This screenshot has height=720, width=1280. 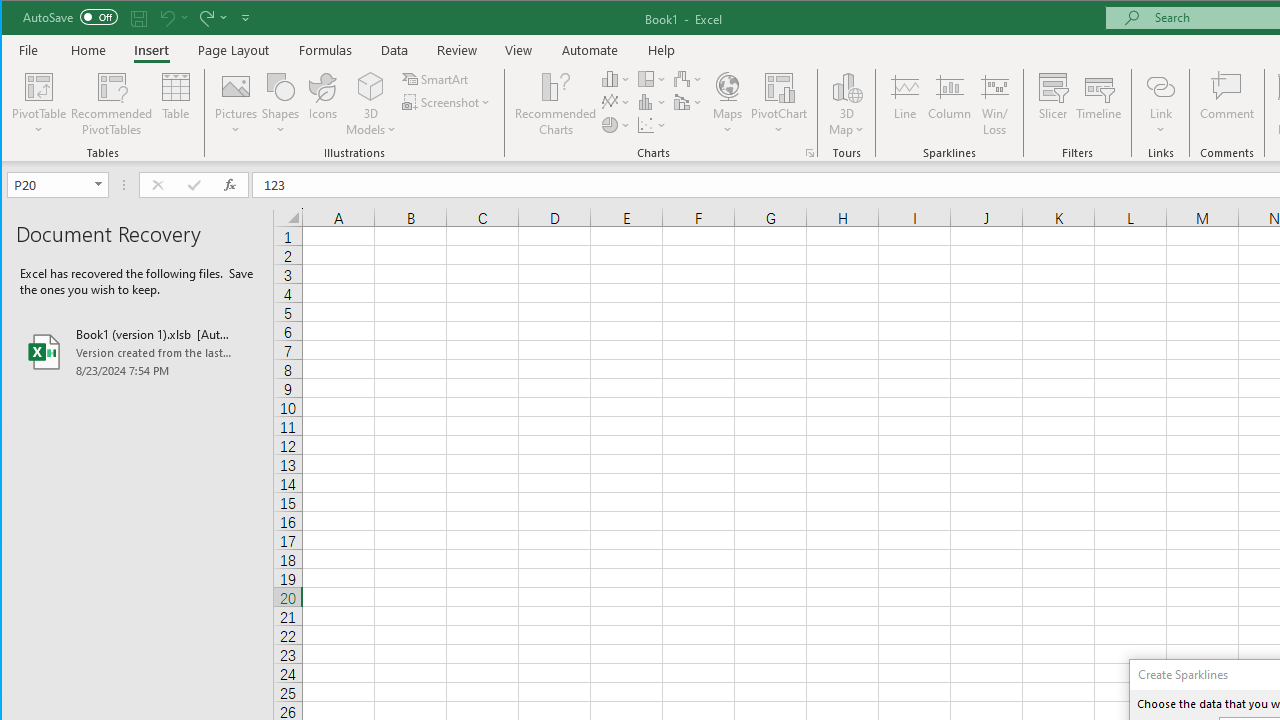 I want to click on 'SmartArt...', so click(x=436, y=78).